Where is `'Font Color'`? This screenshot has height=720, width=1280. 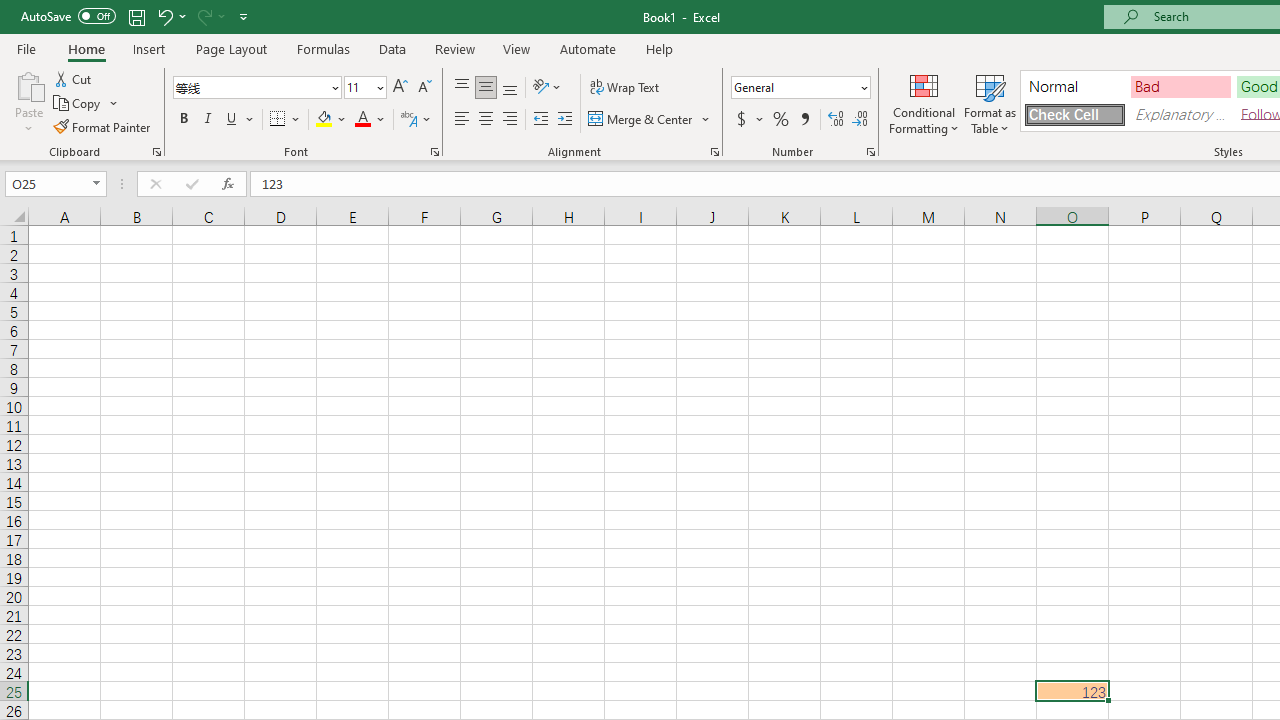
'Font Color' is located at coordinates (370, 119).